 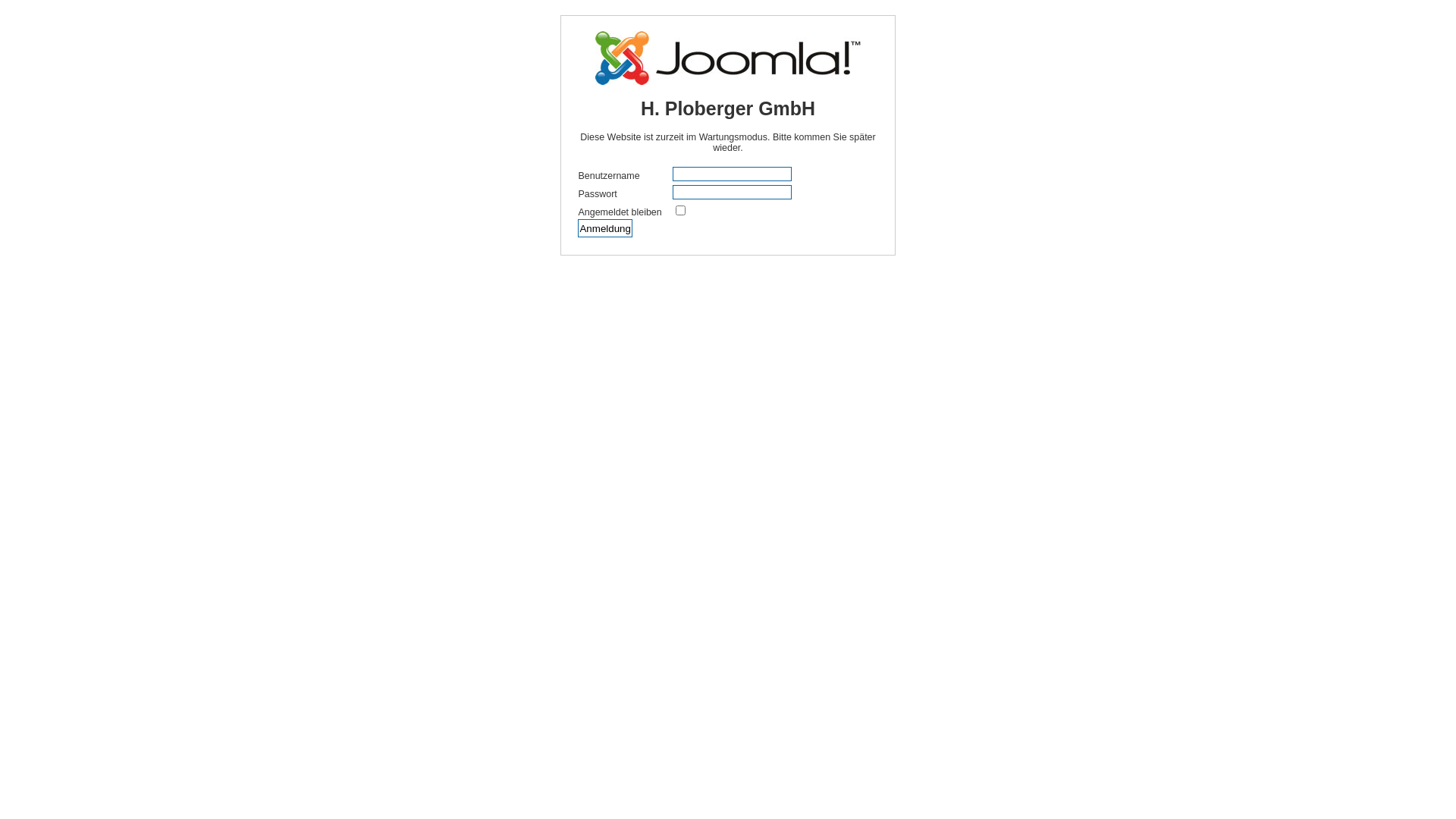 What do you see at coordinates (604, 227) in the screenshot?
I see `'Anmeldung'` at bounding box center [604, 227].